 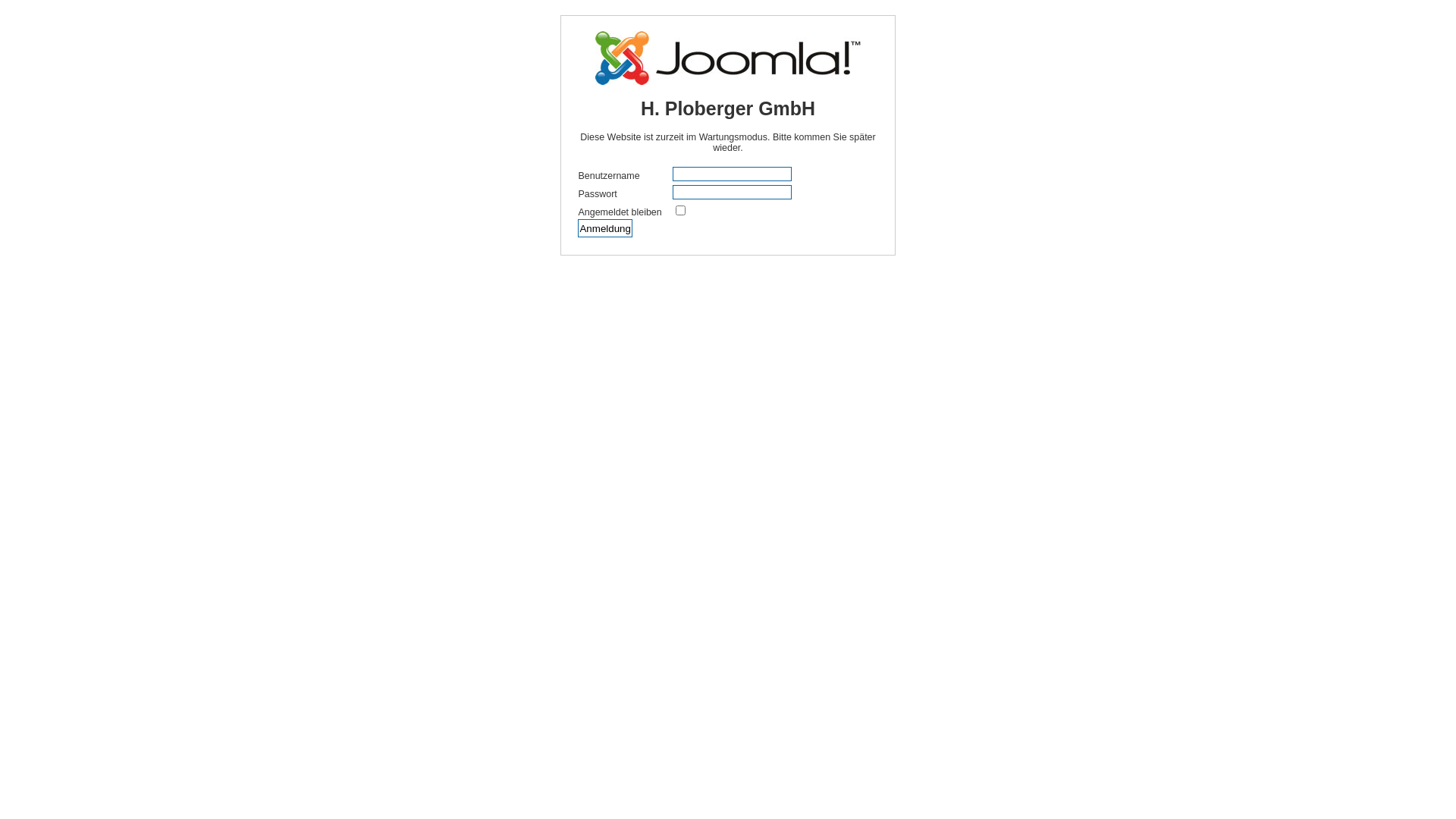 What do you see at coordinates (604, 227) in the screenshot?
I see `'Anmeldung'` at bounding box center [604, 227].